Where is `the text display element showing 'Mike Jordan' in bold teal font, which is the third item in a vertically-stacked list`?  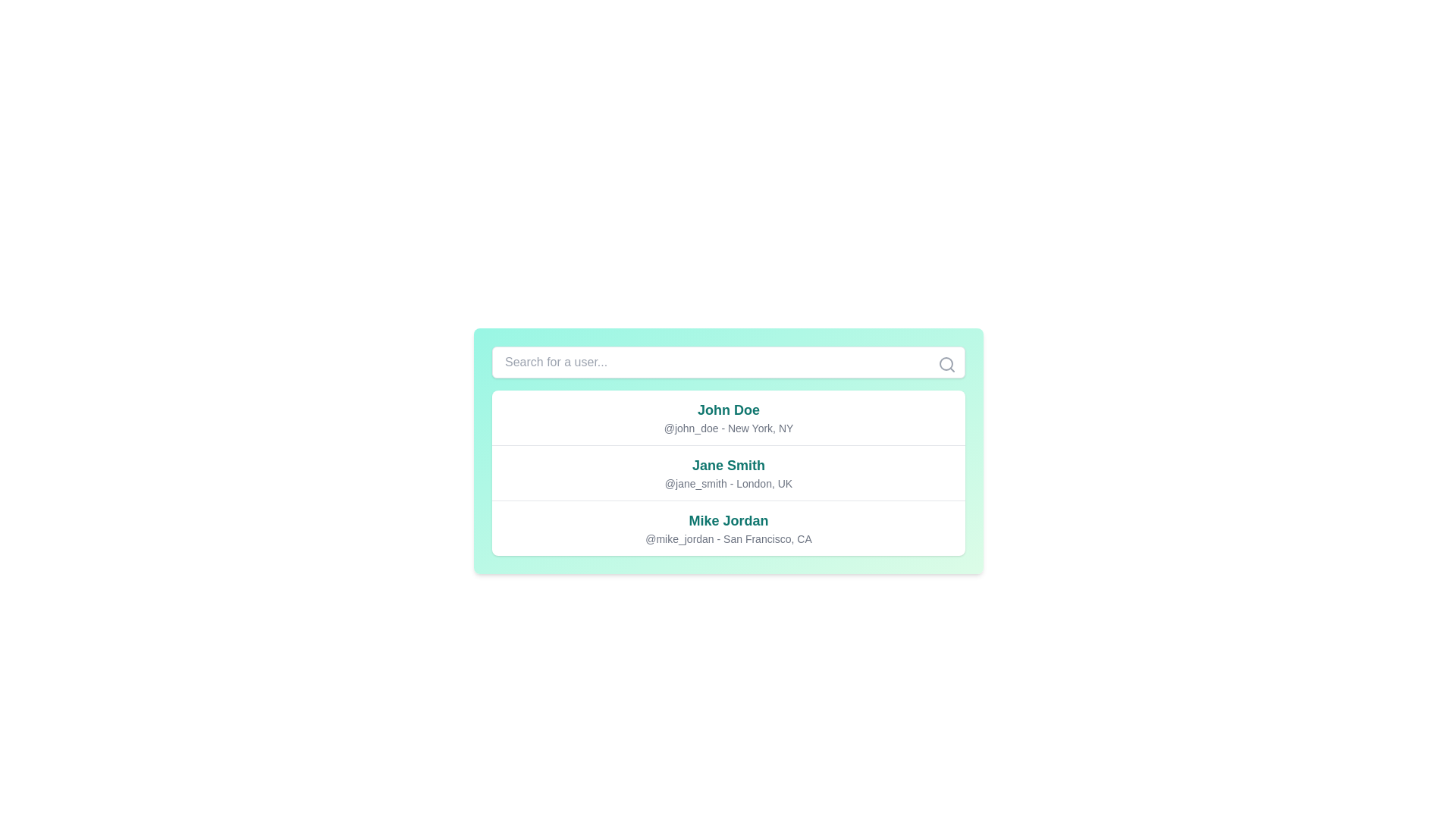
the text display element showing 'Mike Jordan' in bold teal font, which is the third item in a vertically-stacked list is located at coordinates (728, 527).